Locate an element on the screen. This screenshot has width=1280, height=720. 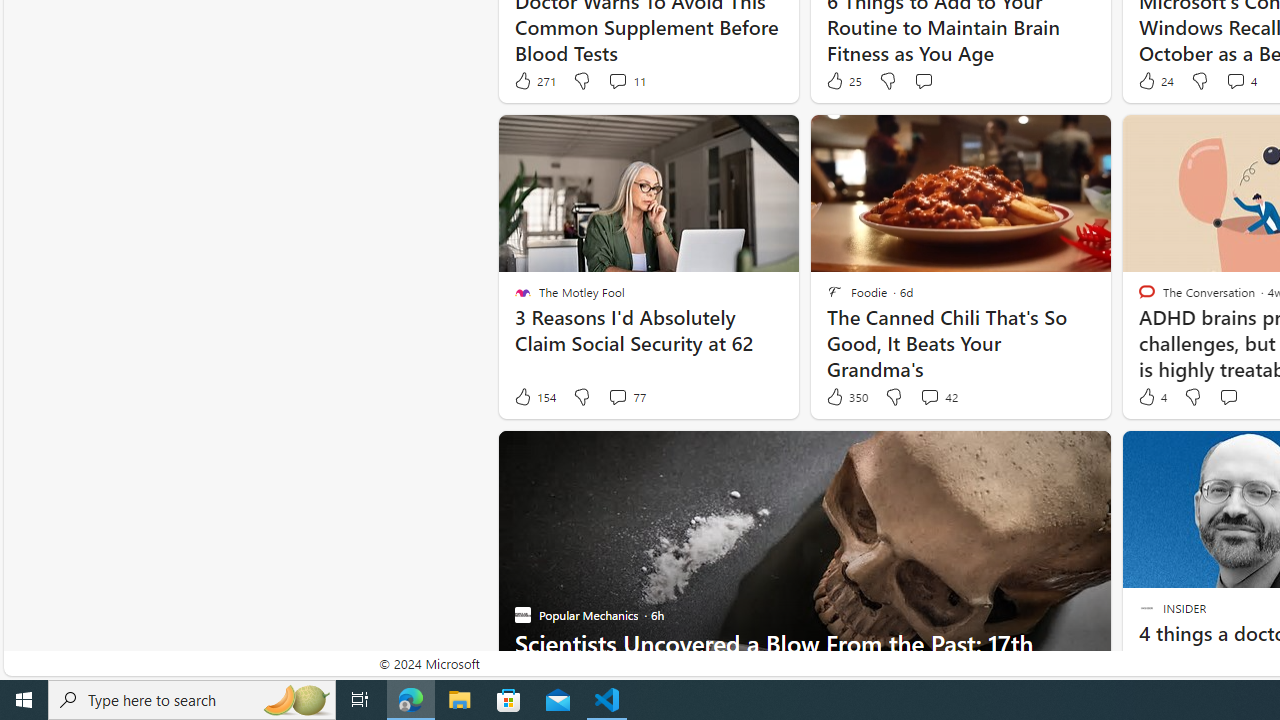
'View comments 77 Comment' is located at coordinates (616, 397).